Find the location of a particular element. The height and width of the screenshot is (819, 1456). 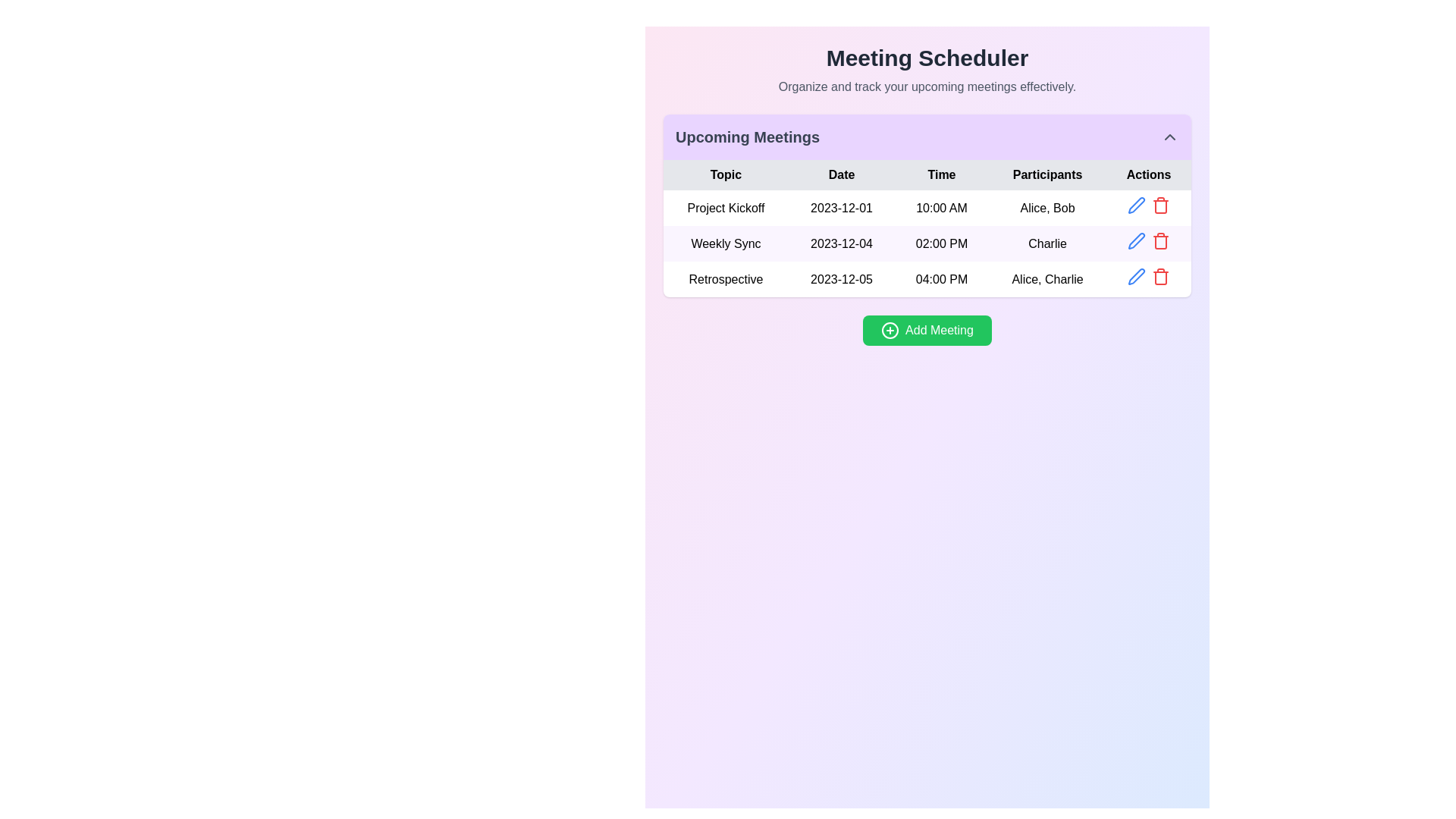

the 'Add Meeting' button, which contains an icon representing the 'add' action, located centrally below the 'Upcoming Meetings' section is located at coordinates (890, 329).